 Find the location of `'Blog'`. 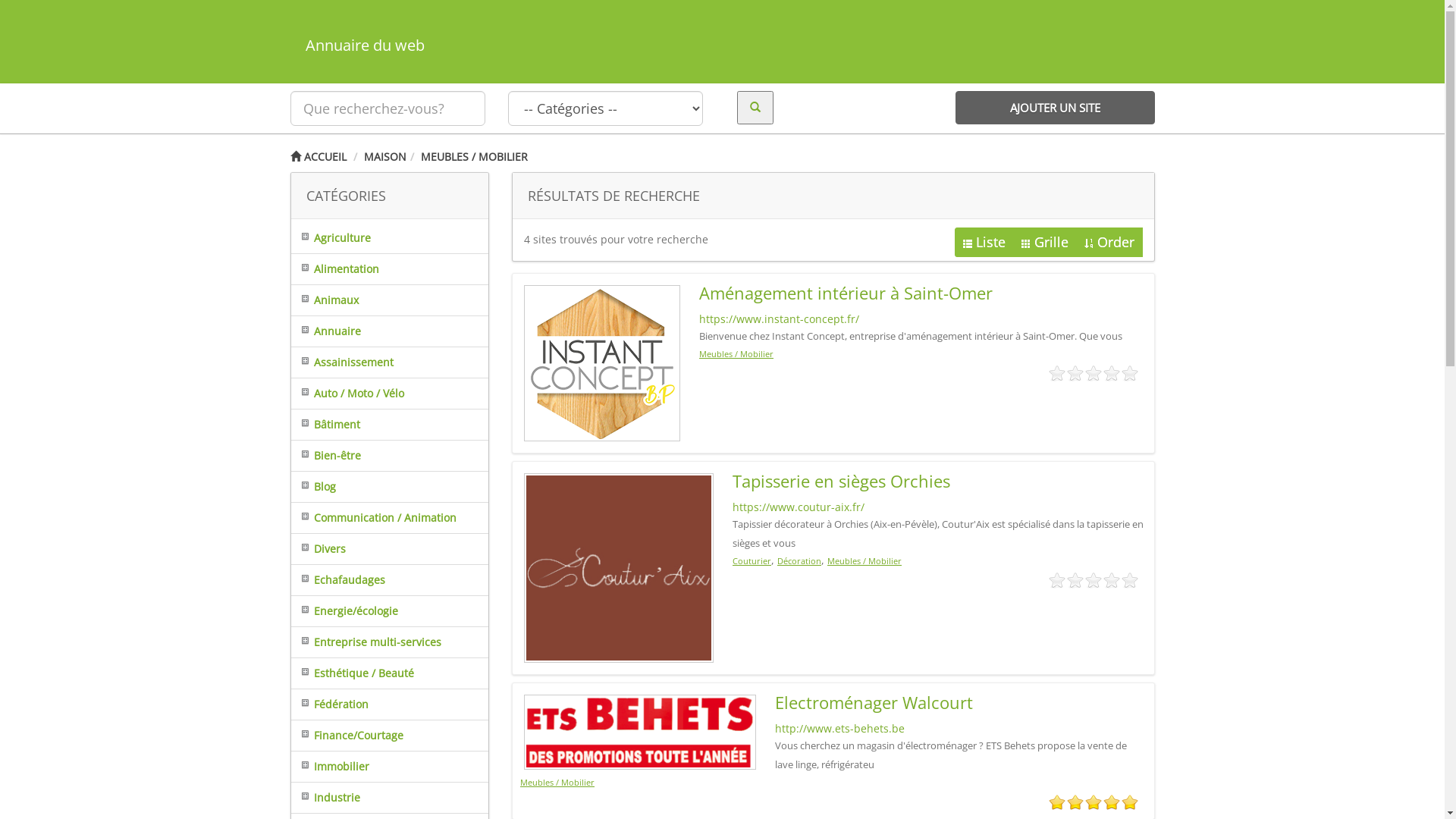

'Blog' is located at coordinates (312, 486).